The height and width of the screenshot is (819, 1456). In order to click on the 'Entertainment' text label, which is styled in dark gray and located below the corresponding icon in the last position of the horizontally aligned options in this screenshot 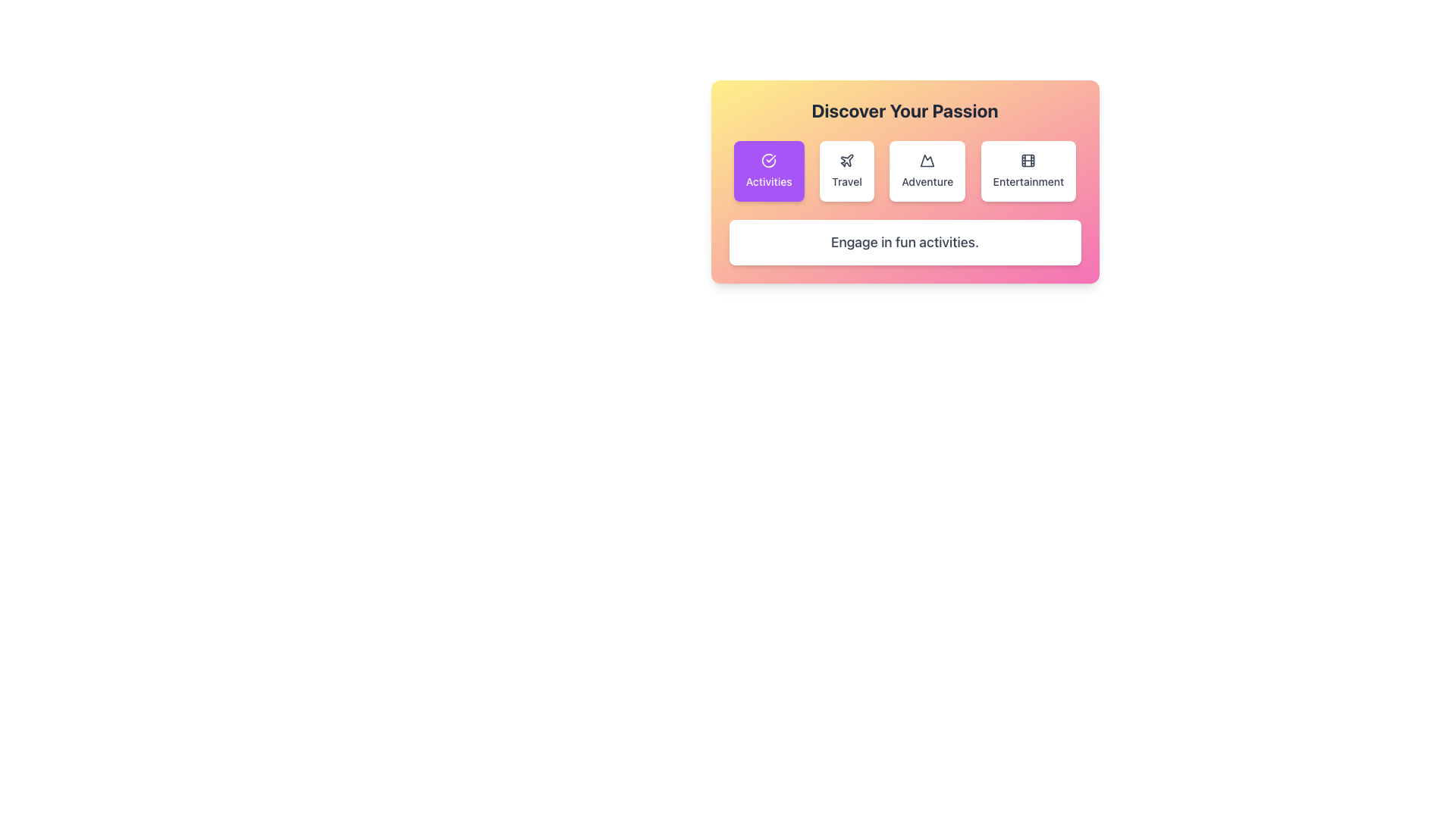, I will do `click(1028, 180)`.